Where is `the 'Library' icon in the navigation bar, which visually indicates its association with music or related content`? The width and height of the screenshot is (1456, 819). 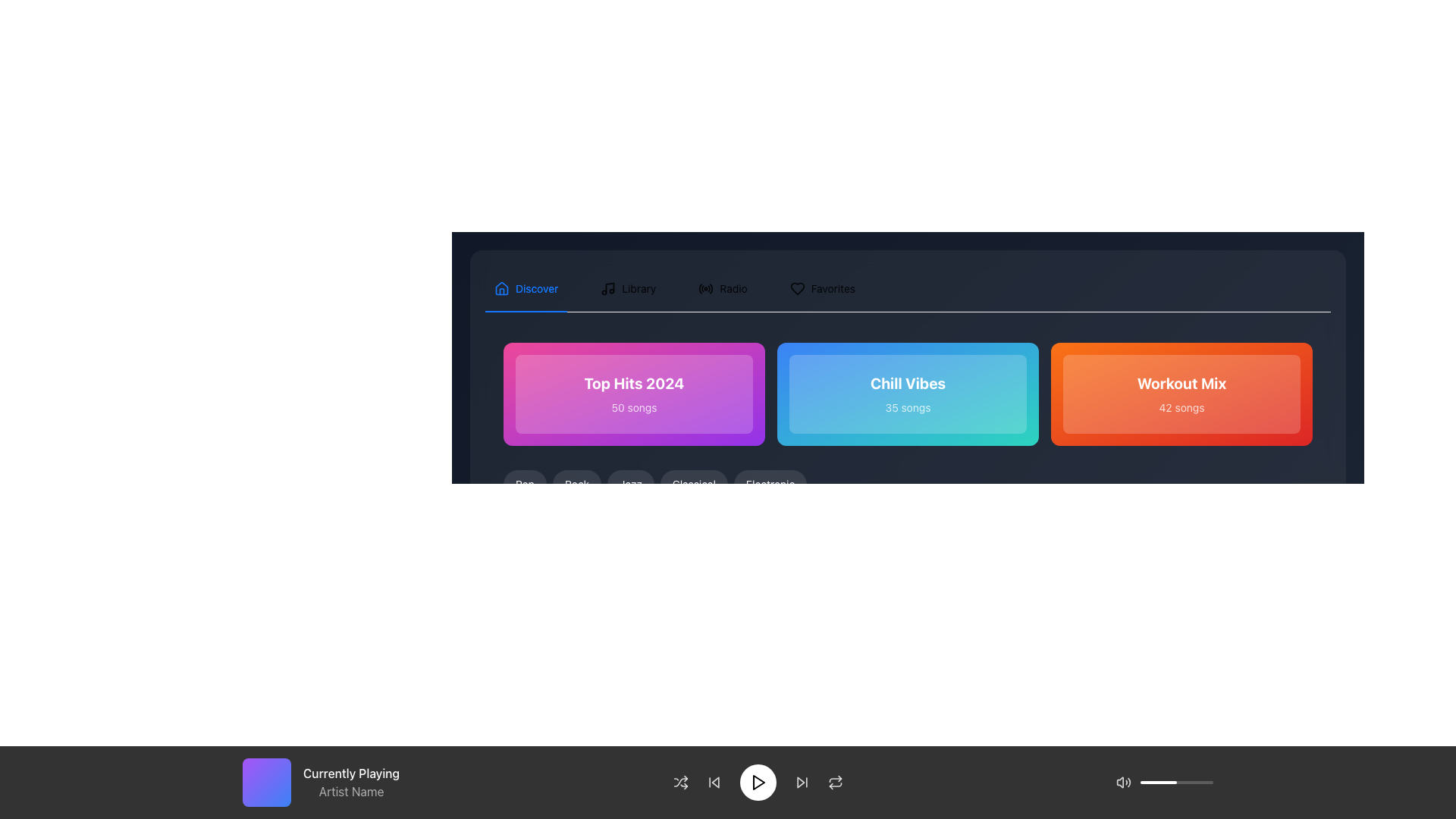
the 'Library' icon in the navigation bar, which visually indicates its association with music or related content is located at coordinates (608, 289).